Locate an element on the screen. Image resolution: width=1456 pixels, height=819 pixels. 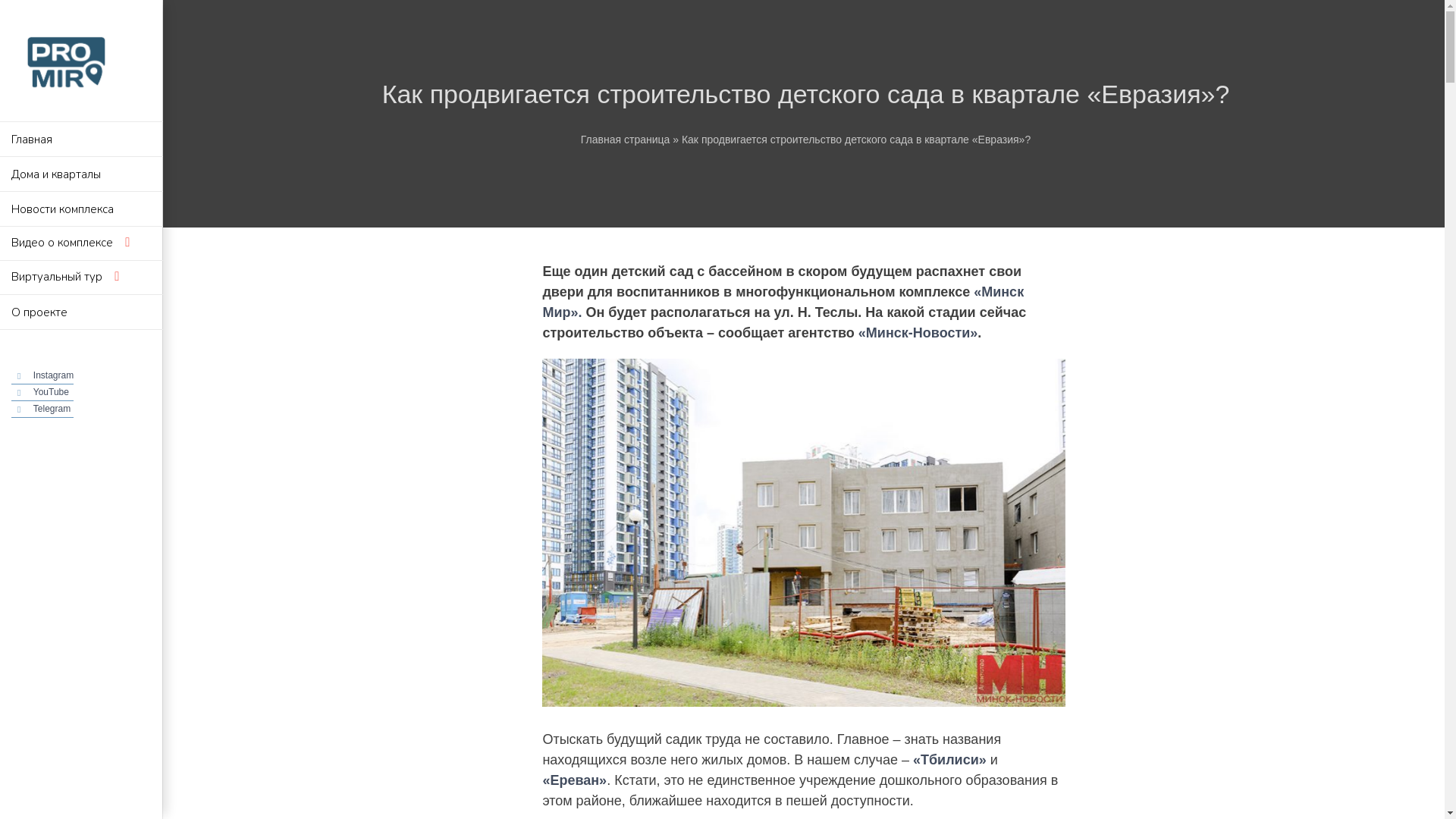
'YouTube' is located at coordinates (51, 391).